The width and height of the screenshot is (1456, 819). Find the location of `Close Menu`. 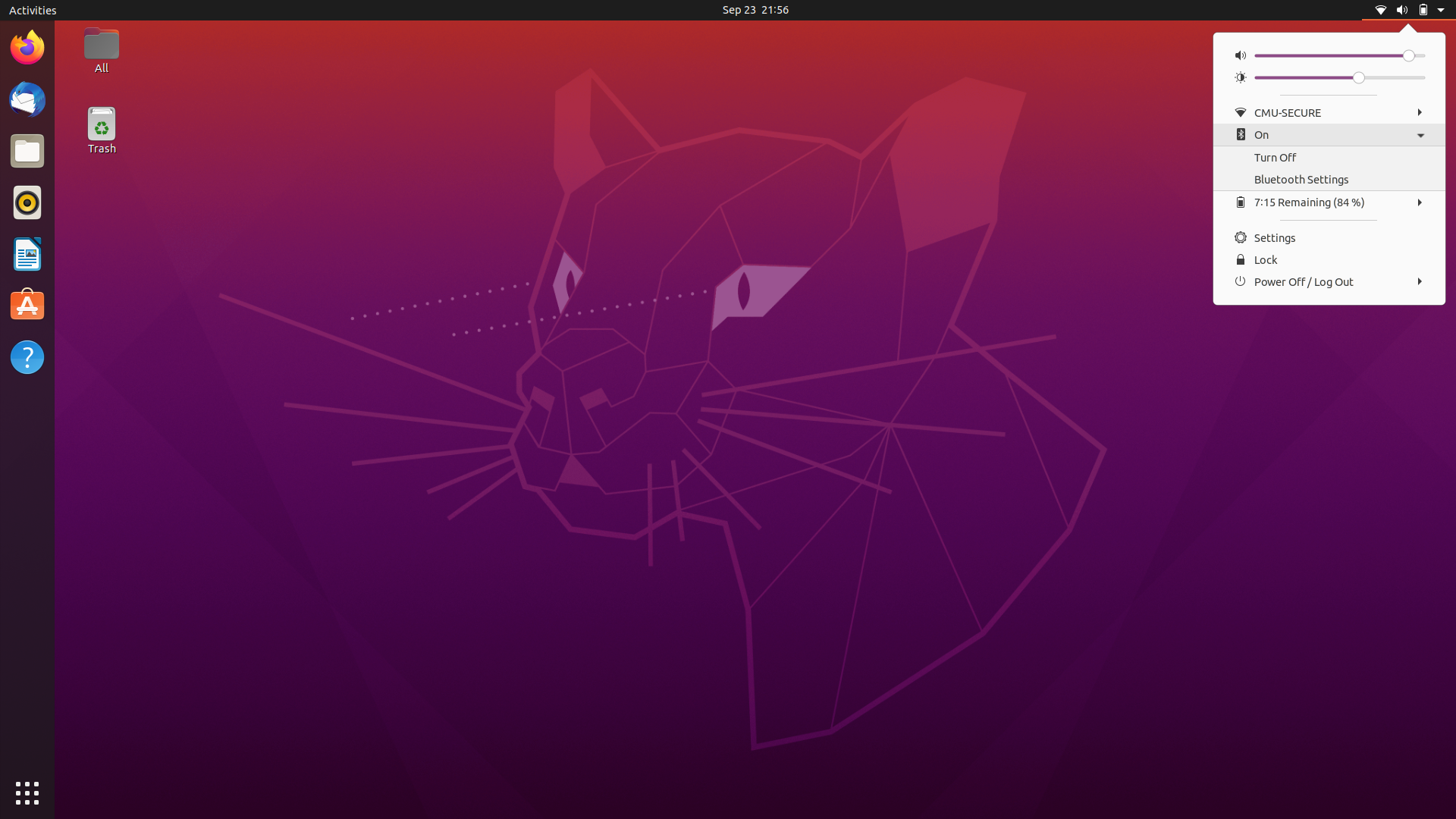

Close Menu is located at coordinates (1407, 10).